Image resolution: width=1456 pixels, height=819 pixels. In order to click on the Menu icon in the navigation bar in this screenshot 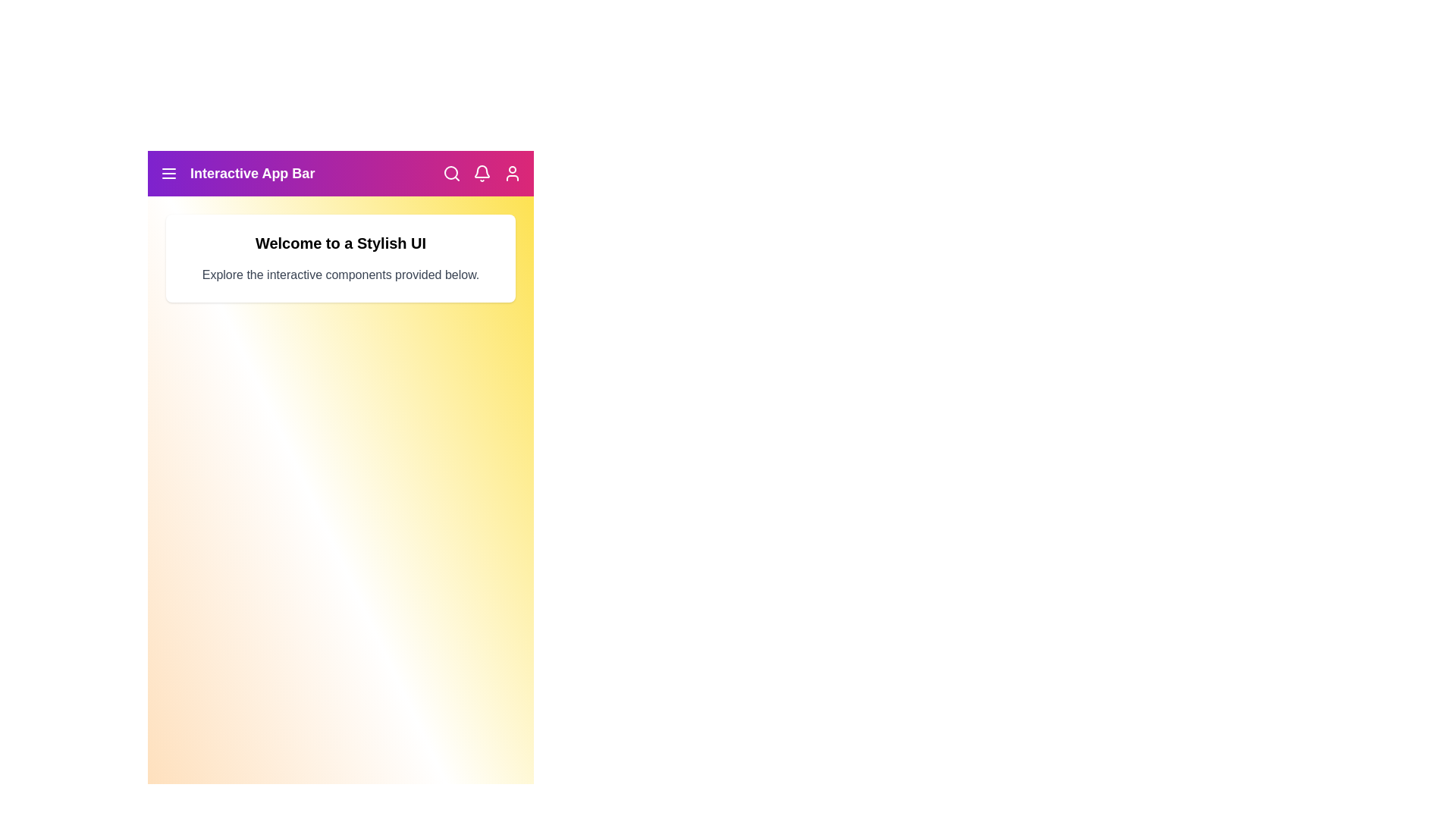, I will do `click(168, 172)`.